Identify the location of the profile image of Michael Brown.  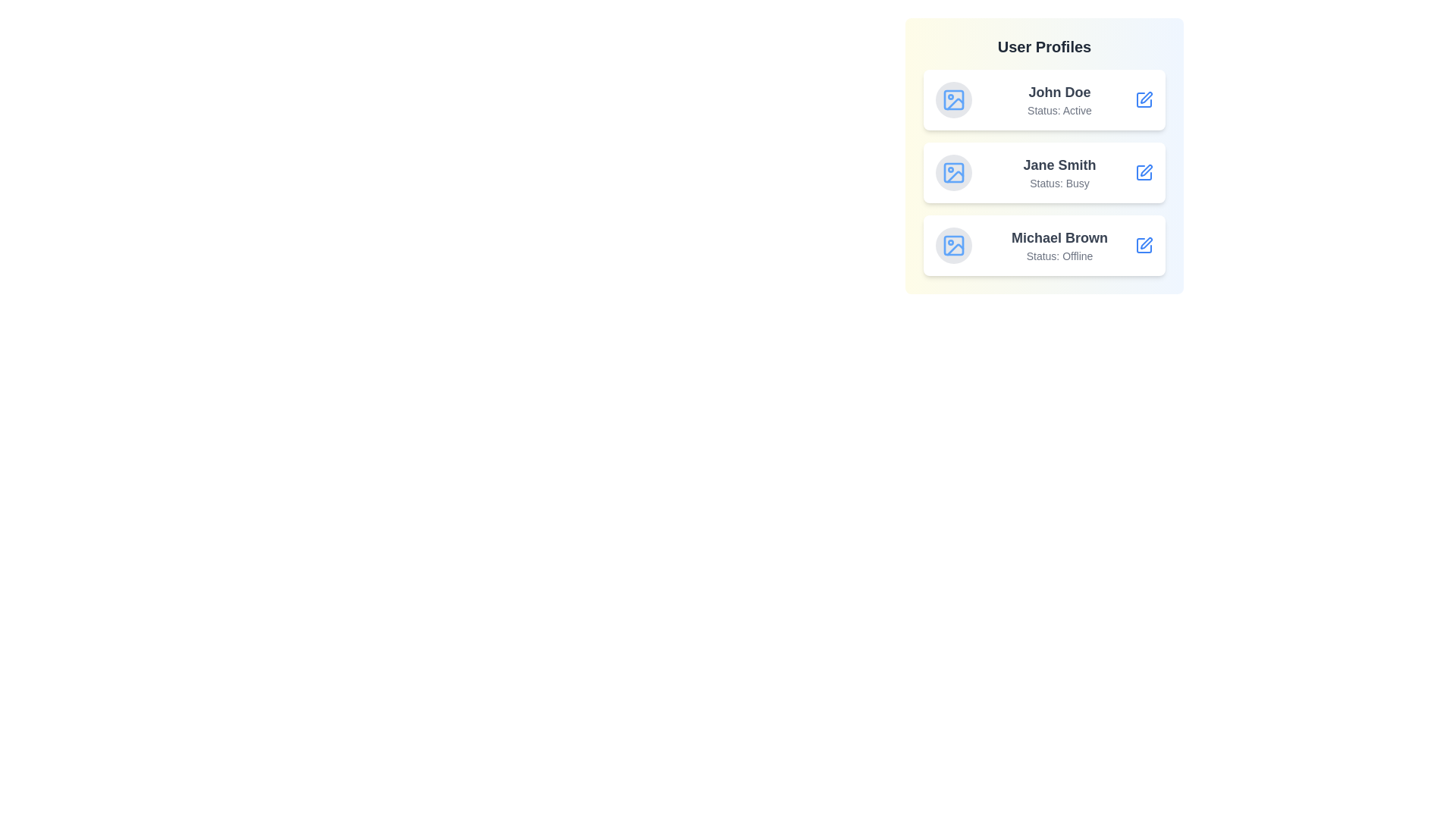
(952, 245).